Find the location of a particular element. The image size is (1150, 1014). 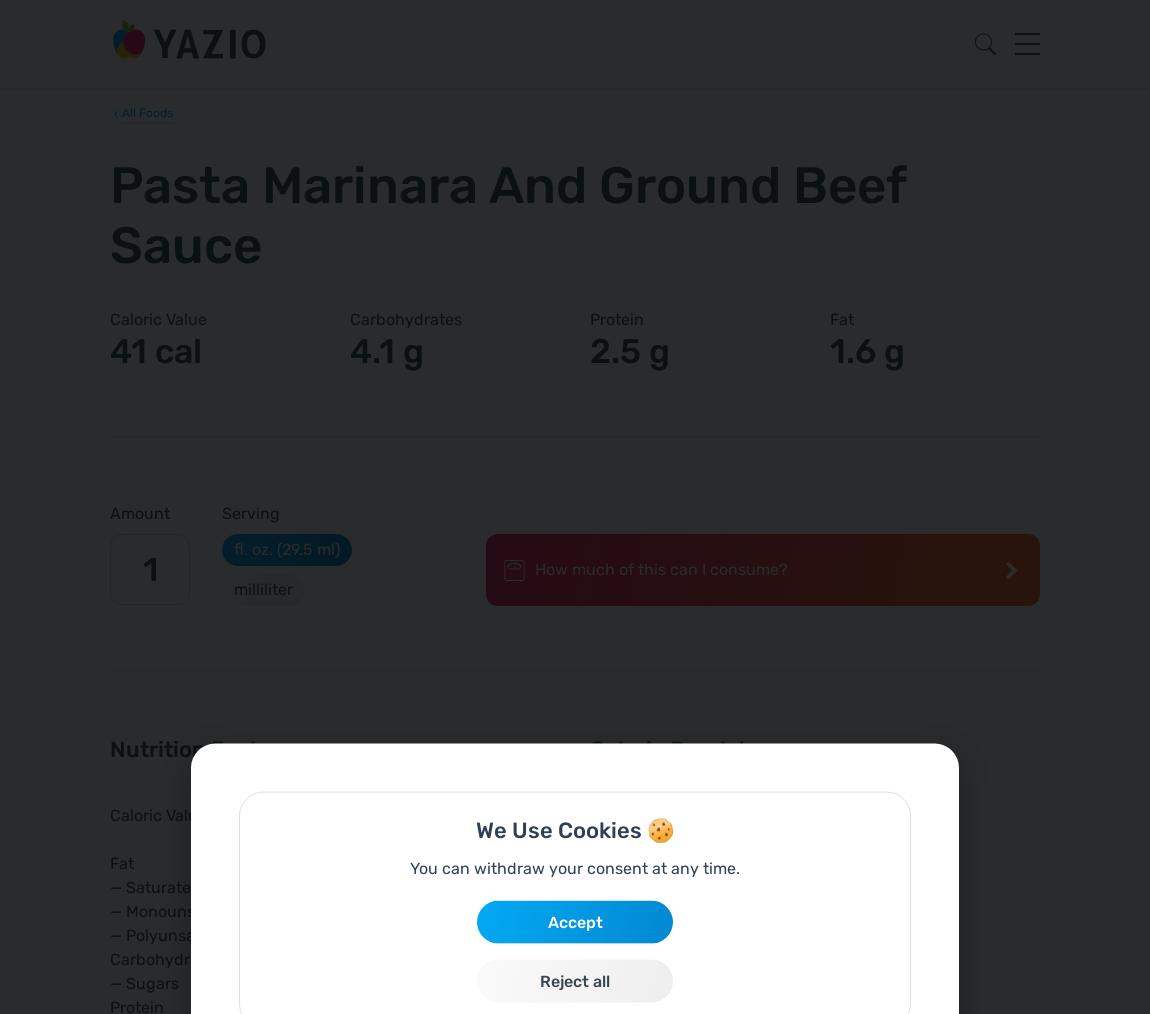

'All Foods' is located at coordinates (146, 112).